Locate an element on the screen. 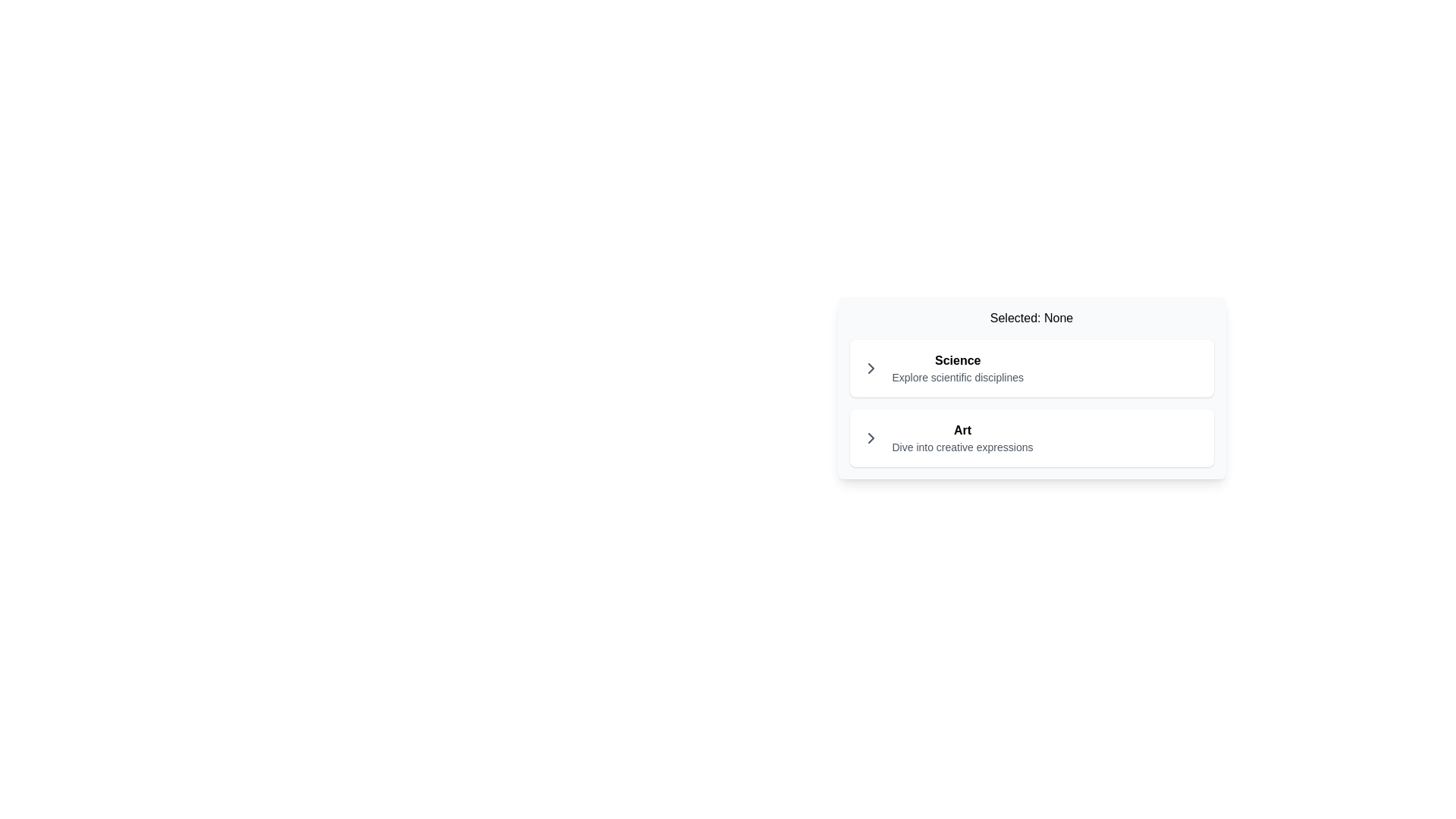  the bold text label displaying 'Art' is located at coordinates (962, 430).